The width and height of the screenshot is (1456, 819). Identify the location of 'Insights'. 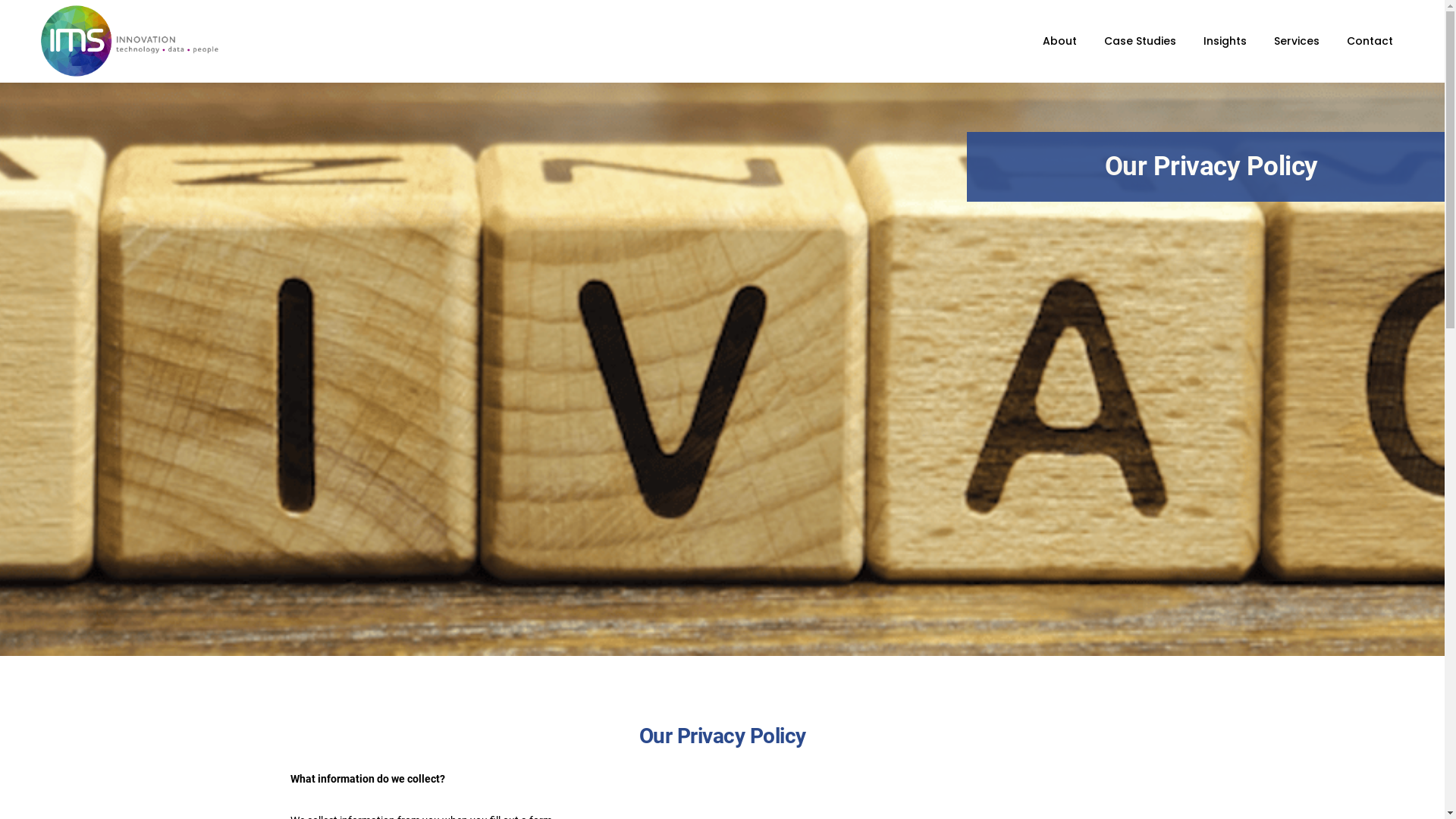
(1225, 40).